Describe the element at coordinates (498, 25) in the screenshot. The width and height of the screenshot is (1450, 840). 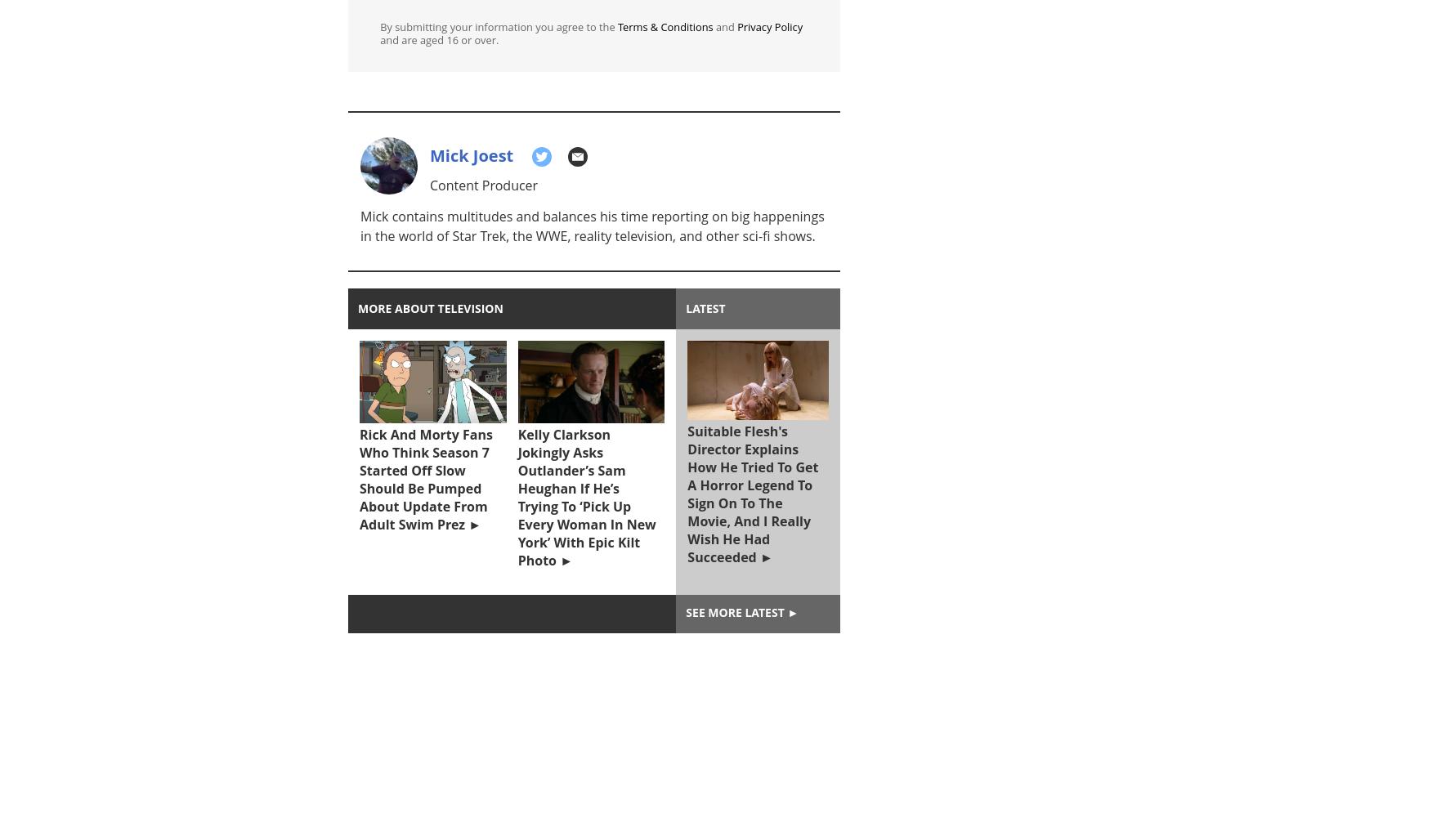
I see `'By submitting your information you agree to the'` at that location.